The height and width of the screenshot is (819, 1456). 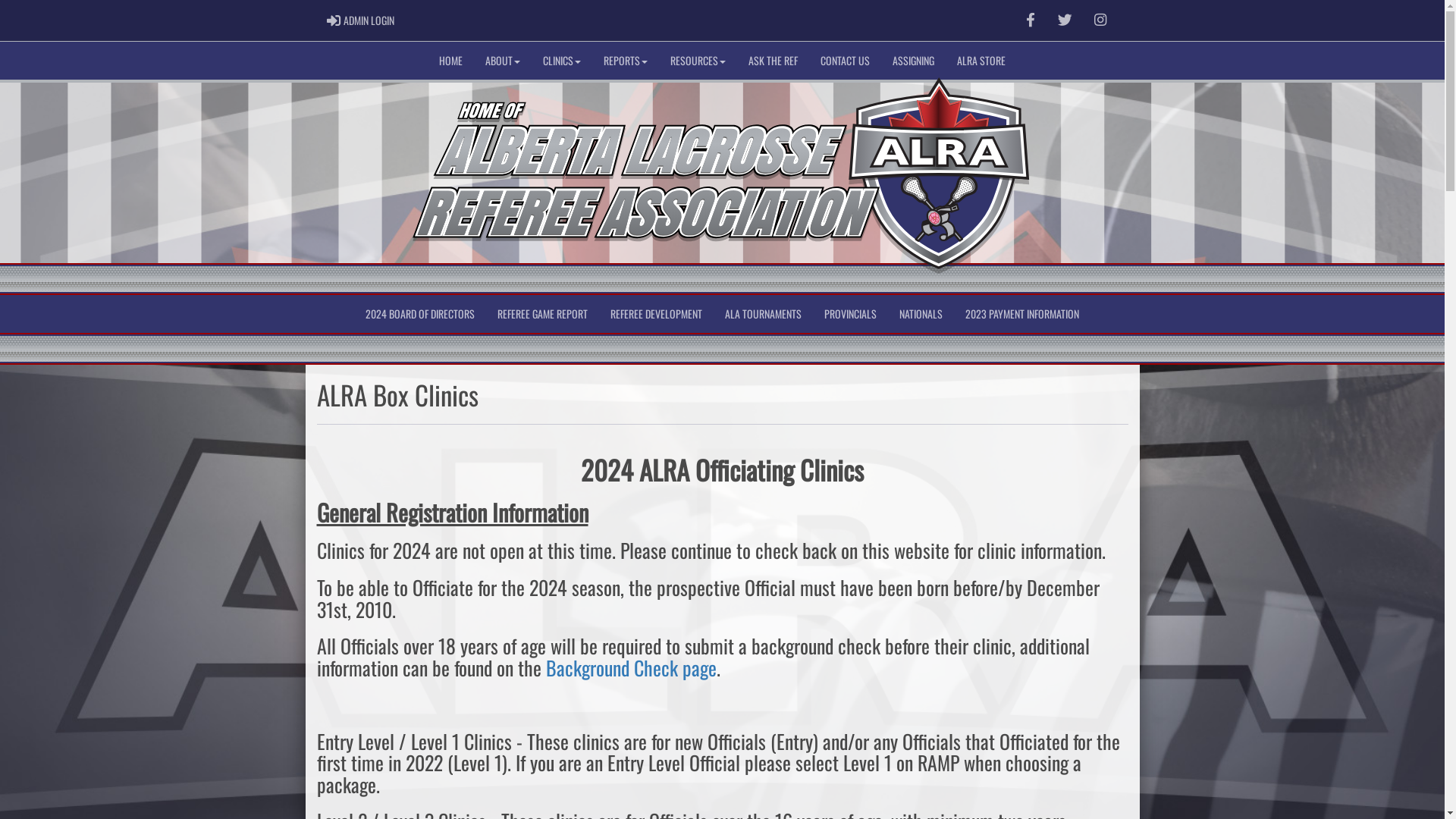 What do you see at coordinates (631, 667) in the screenshot?
I see `'Background Check page'` at bounding box center [631, 667].